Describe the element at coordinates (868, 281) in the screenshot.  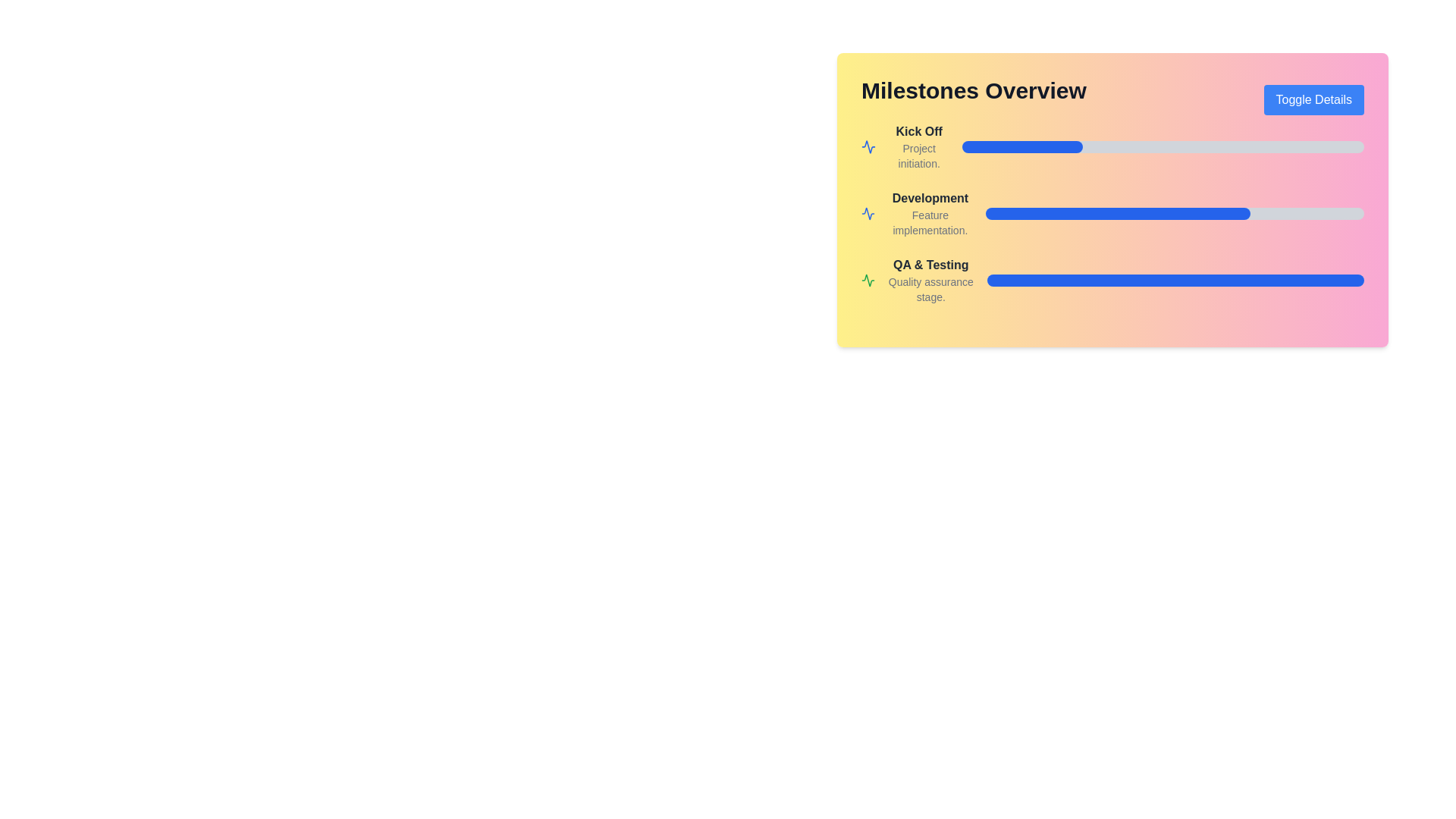
I see `the 'QA & Testing' milestone icon located in the Milestones Overview card by moving the cursor to it for user interaction` at that location.